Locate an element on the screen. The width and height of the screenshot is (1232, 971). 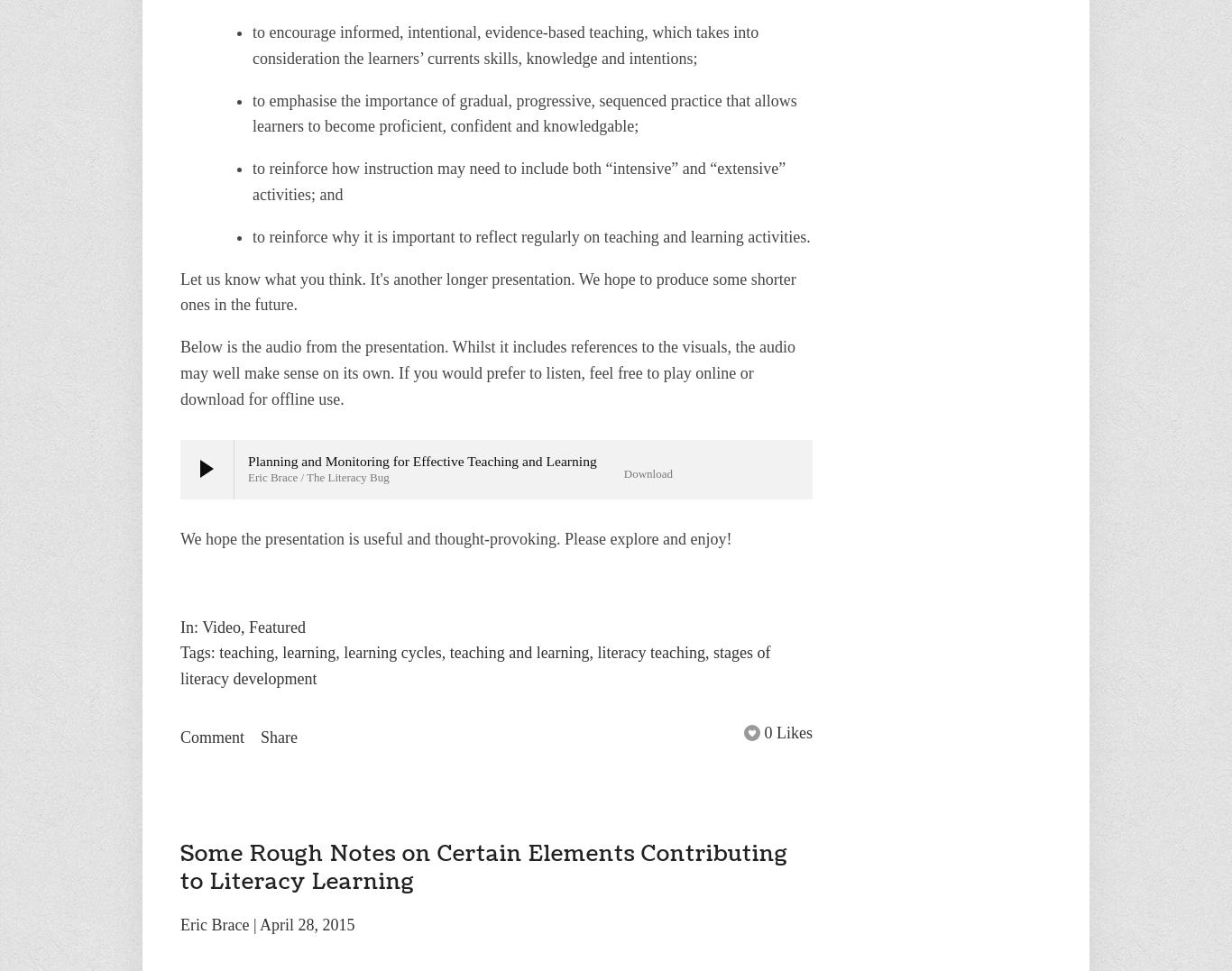
'Eric Brace' is located at coordinates (214, 923).